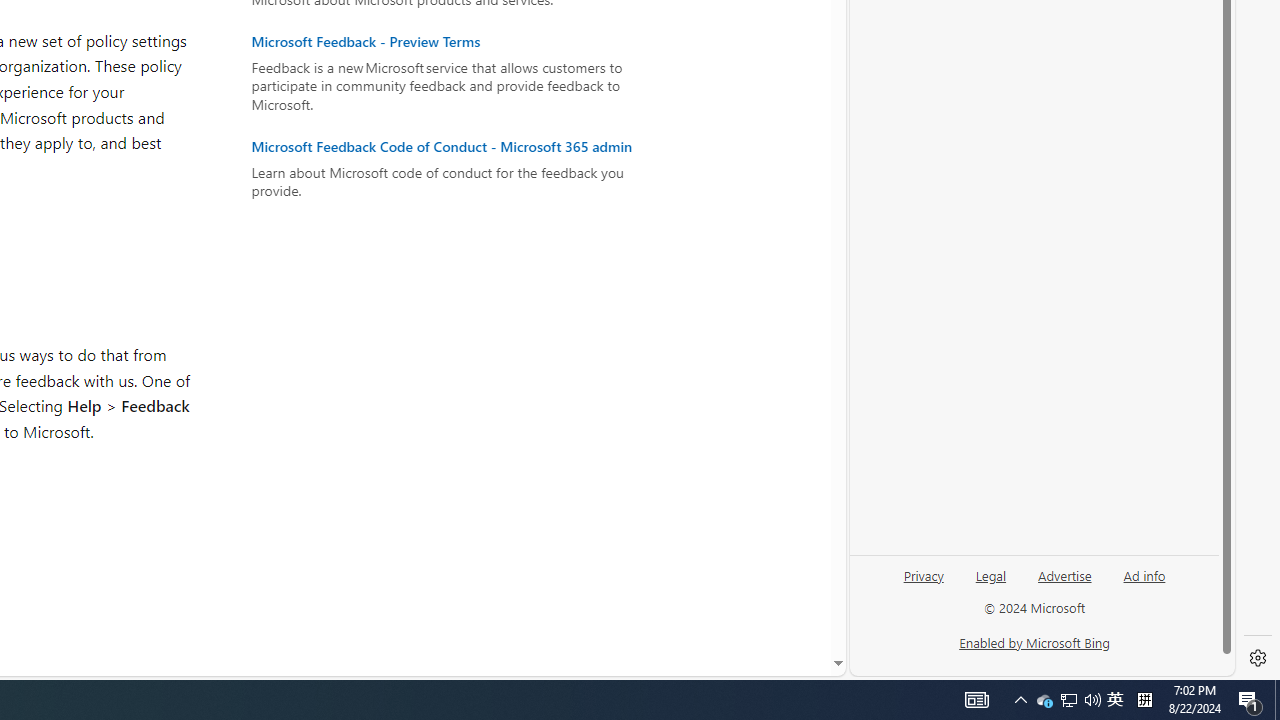 Image resolution: width=1280 pixels, height=720 pixels. I want to click on 'Advertise', so click(1063, 583).